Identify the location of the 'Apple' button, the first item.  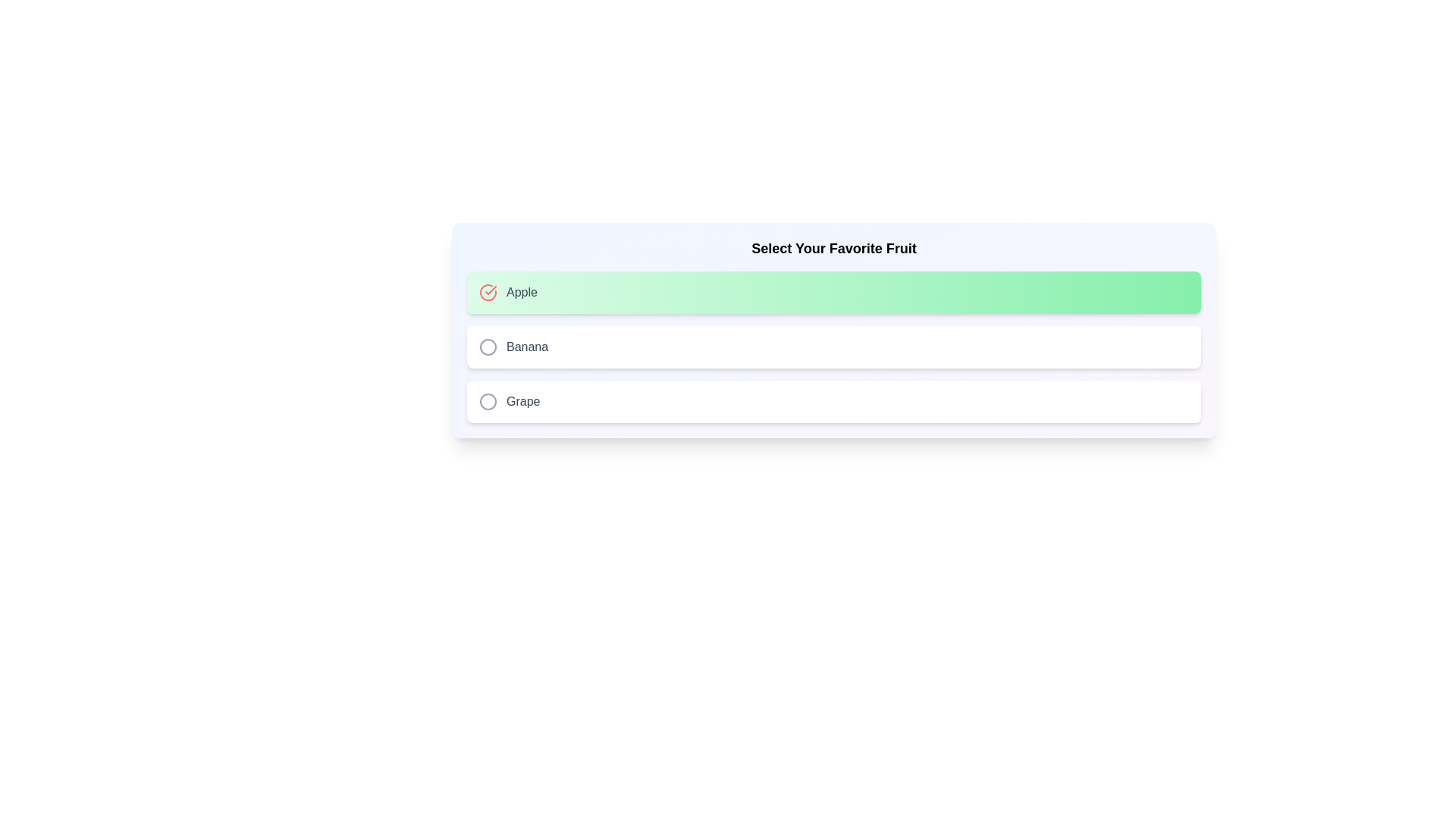
(833, 292).